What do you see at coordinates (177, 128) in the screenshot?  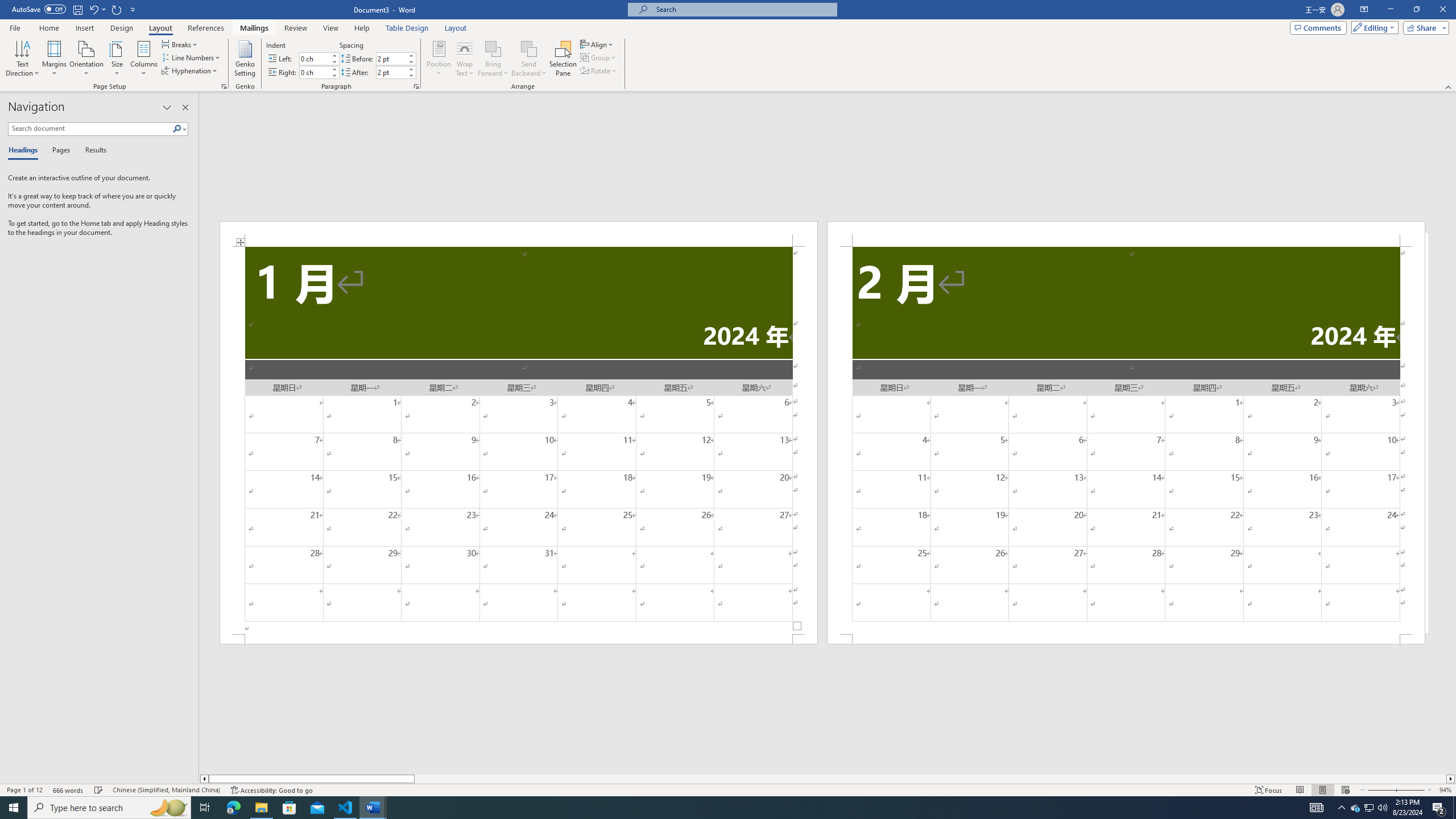 I see `'Class: NetUIImage'` at bounding box center [177, 128].